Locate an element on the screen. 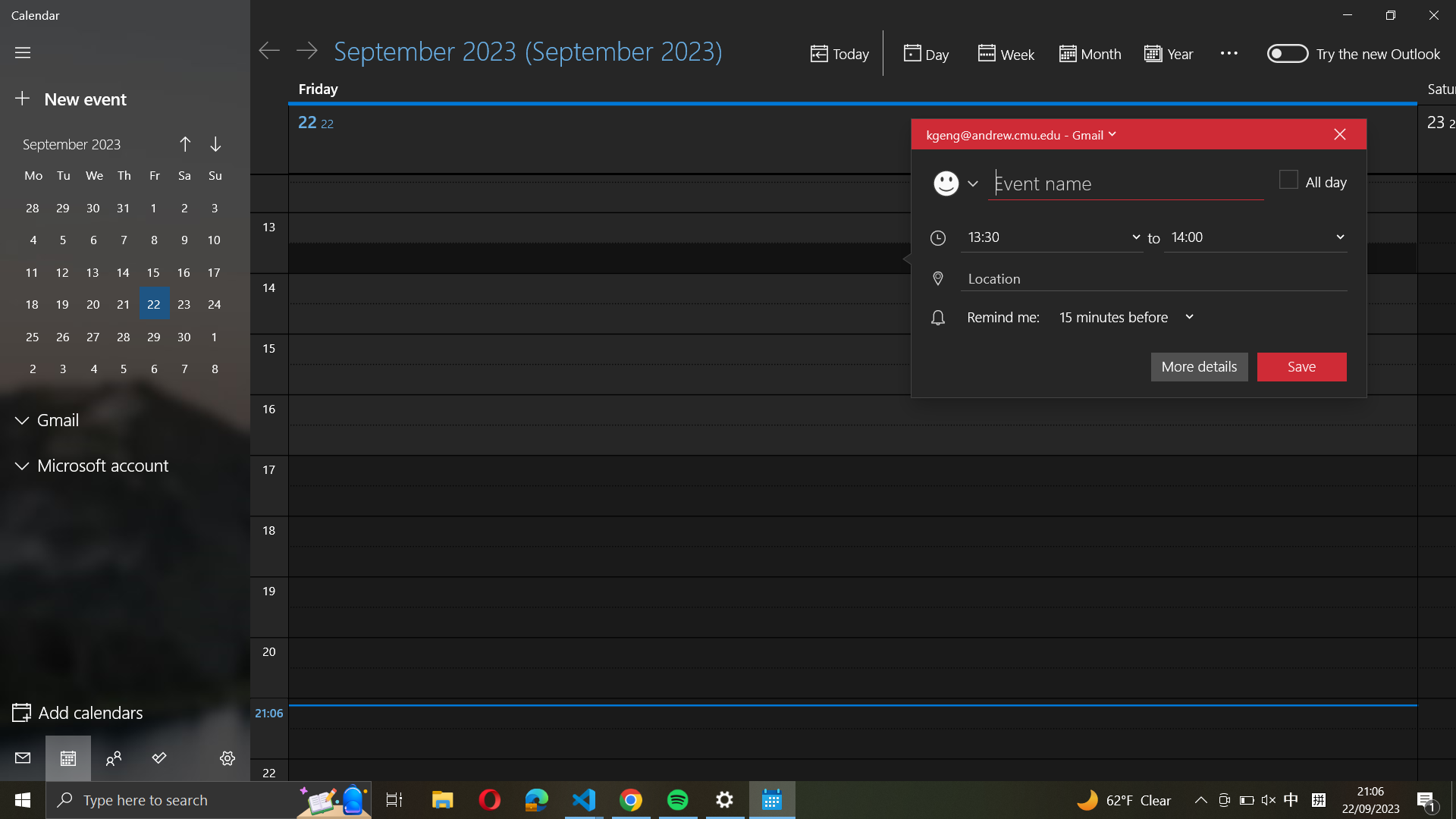  Switch mode to "monthly" calendar is located at coordinates (1087, 54).